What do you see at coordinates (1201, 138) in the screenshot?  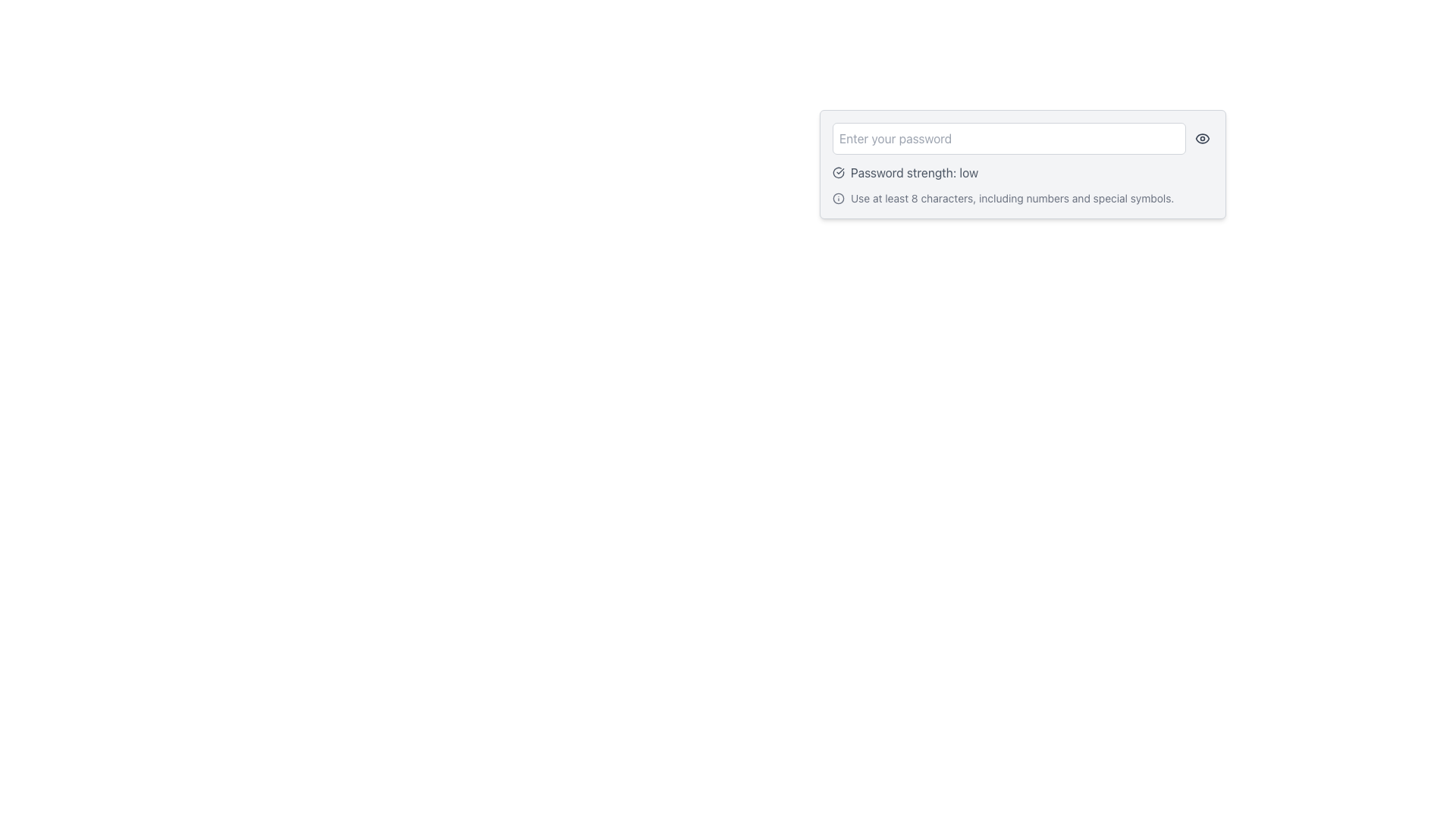 I see `the 'toggle password visibility' button located immediately to the right of the password input field to enhance user convenience during input` at bounding box center [1201, 138].